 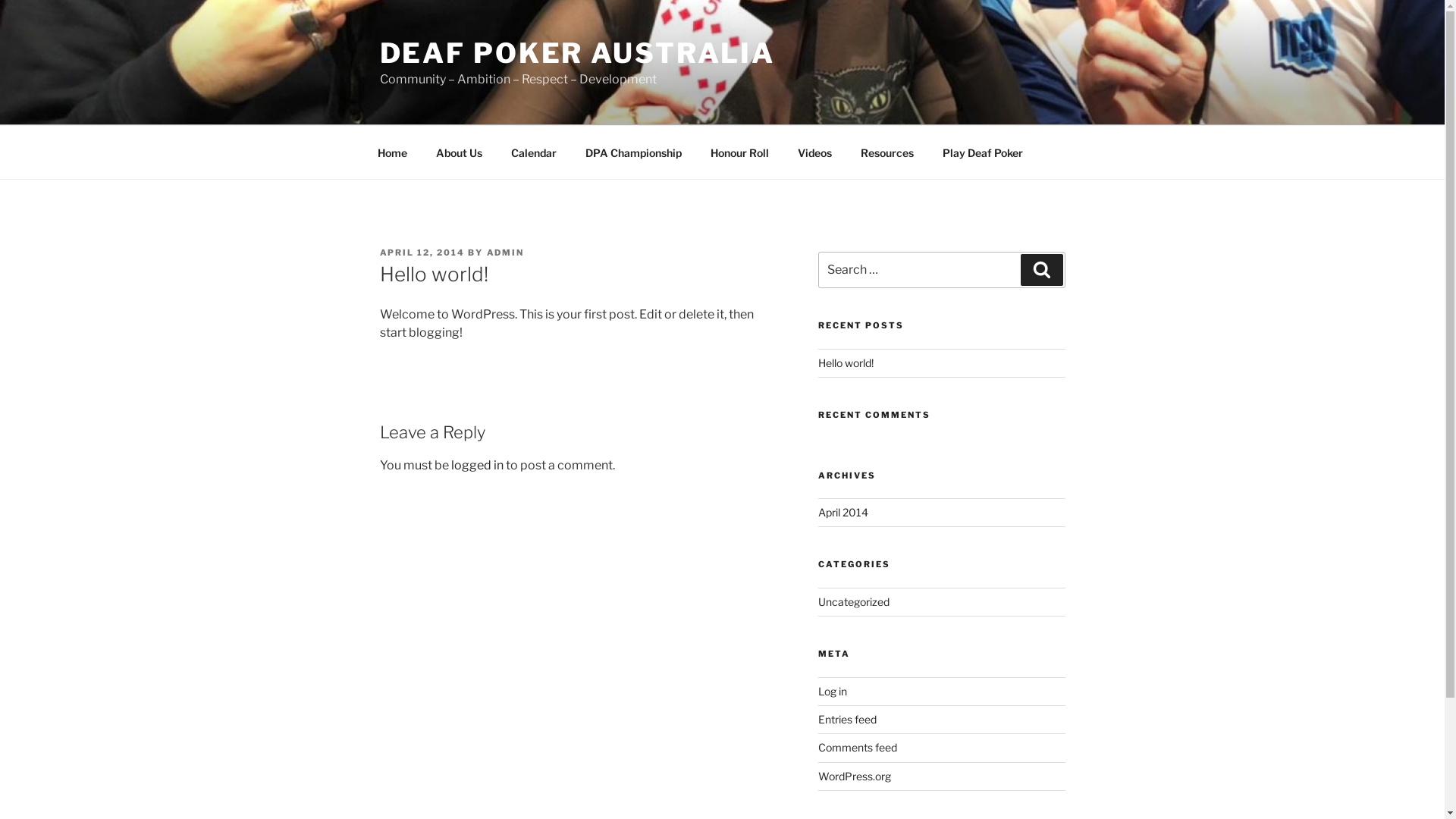 I want to click on 'About Us', so click(x=458, y=152).